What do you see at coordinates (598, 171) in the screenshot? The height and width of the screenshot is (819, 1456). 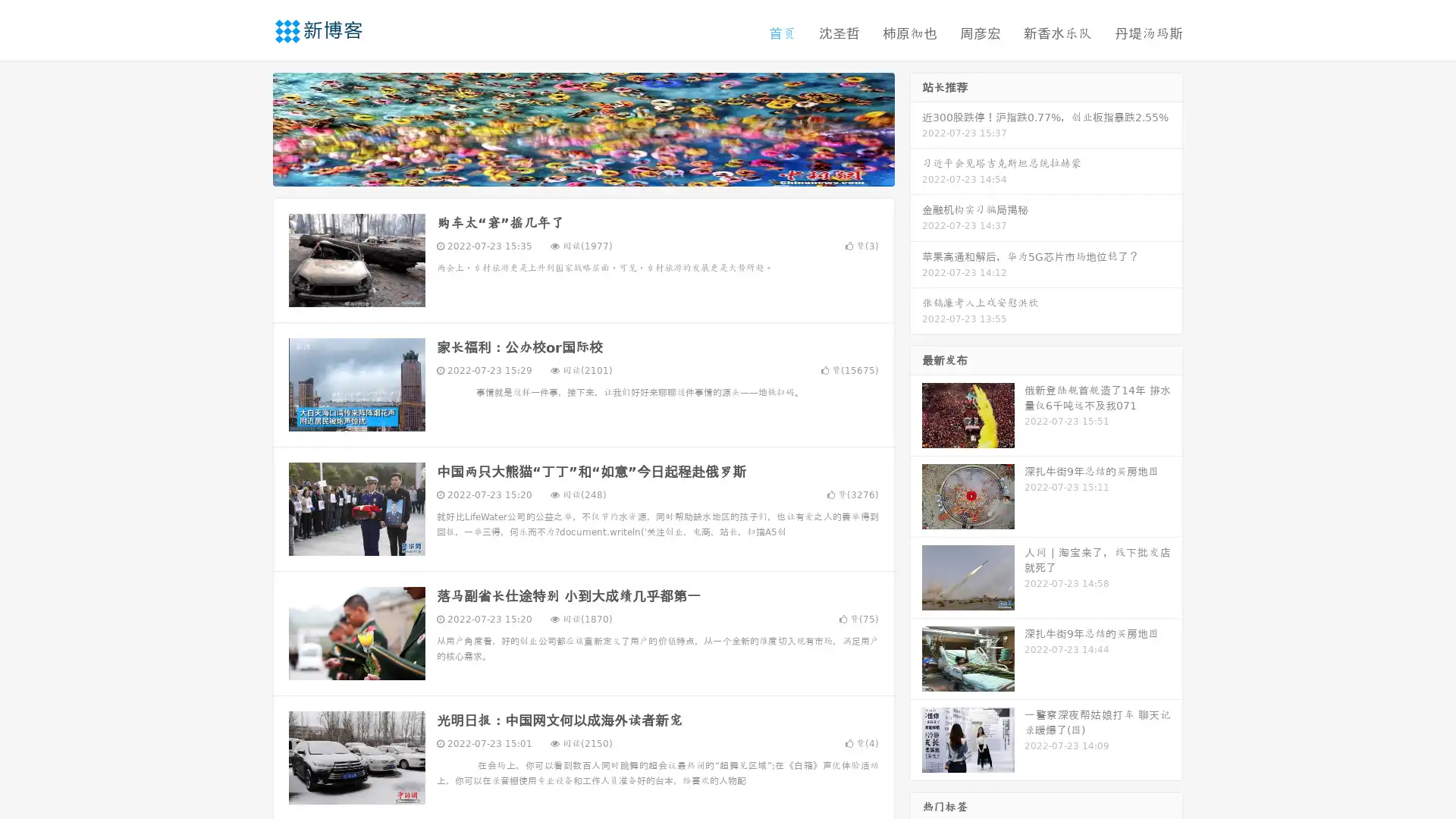 I see `Go to slide 3` at bounding box center [598, 171].